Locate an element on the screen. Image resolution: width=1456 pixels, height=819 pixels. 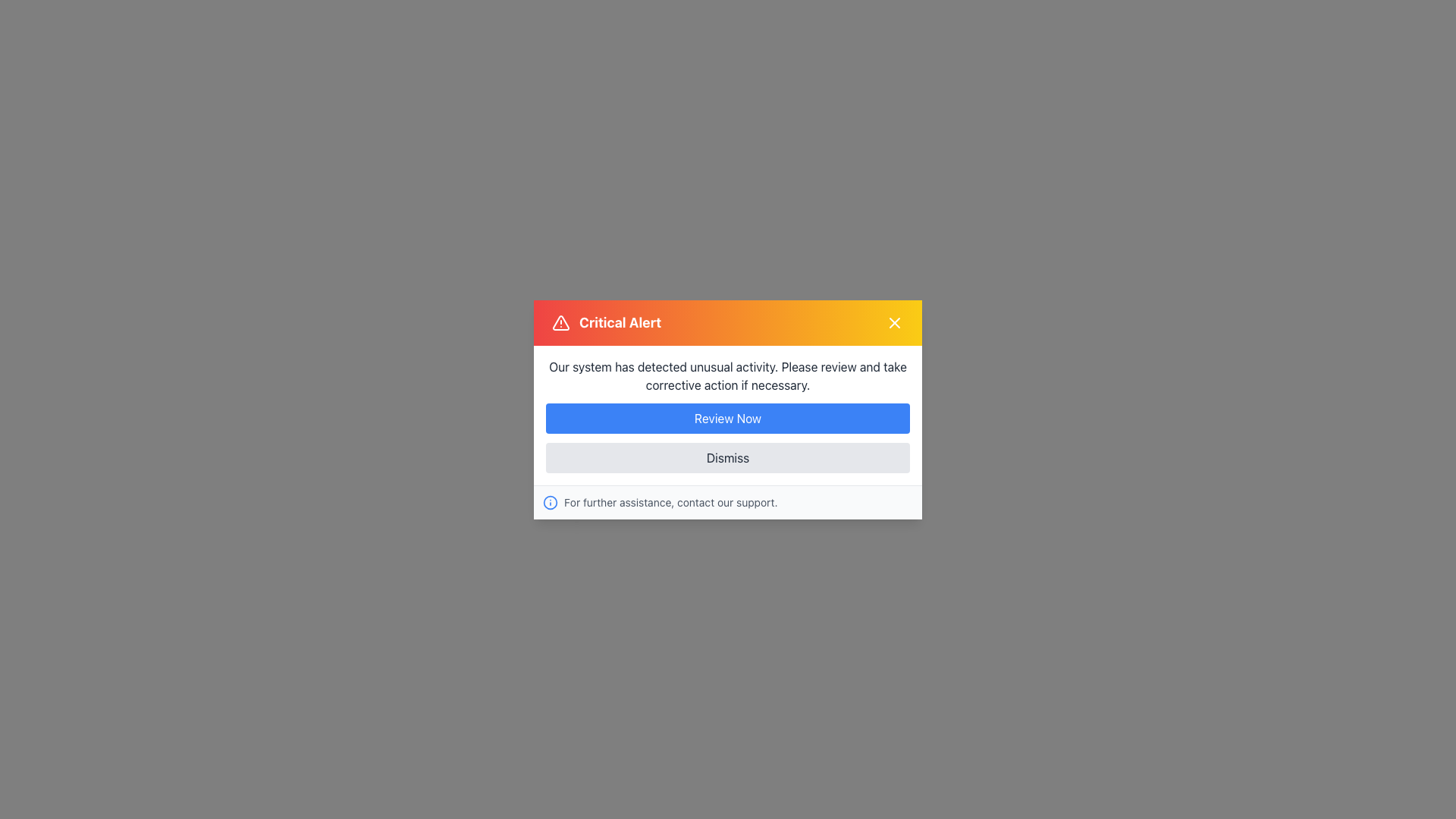
the text block containing the message 'Our system has detected unusual activity. Please review and take corrective action if necessary.' which is located below the 'Critical Alert' heading and above the 'Review Now' and 'Dismiss' buttons is located at coordinates (728, 375).